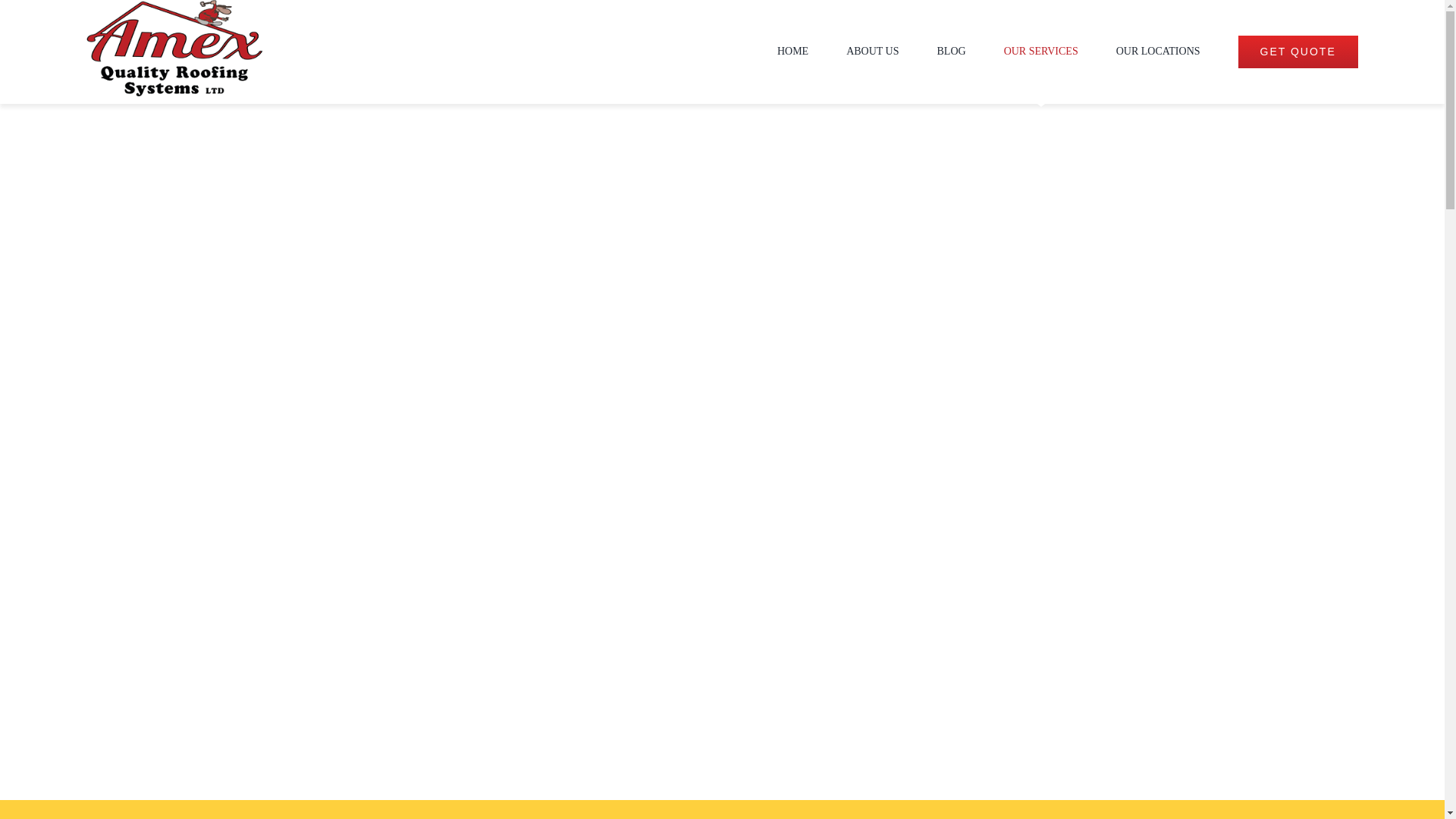 The width and height of the screenshot is (1456, 819). What do you see at coordinates (872, 51) in the screenshot?
I see `'ABOUT US'` at bounding box center [872, 51].